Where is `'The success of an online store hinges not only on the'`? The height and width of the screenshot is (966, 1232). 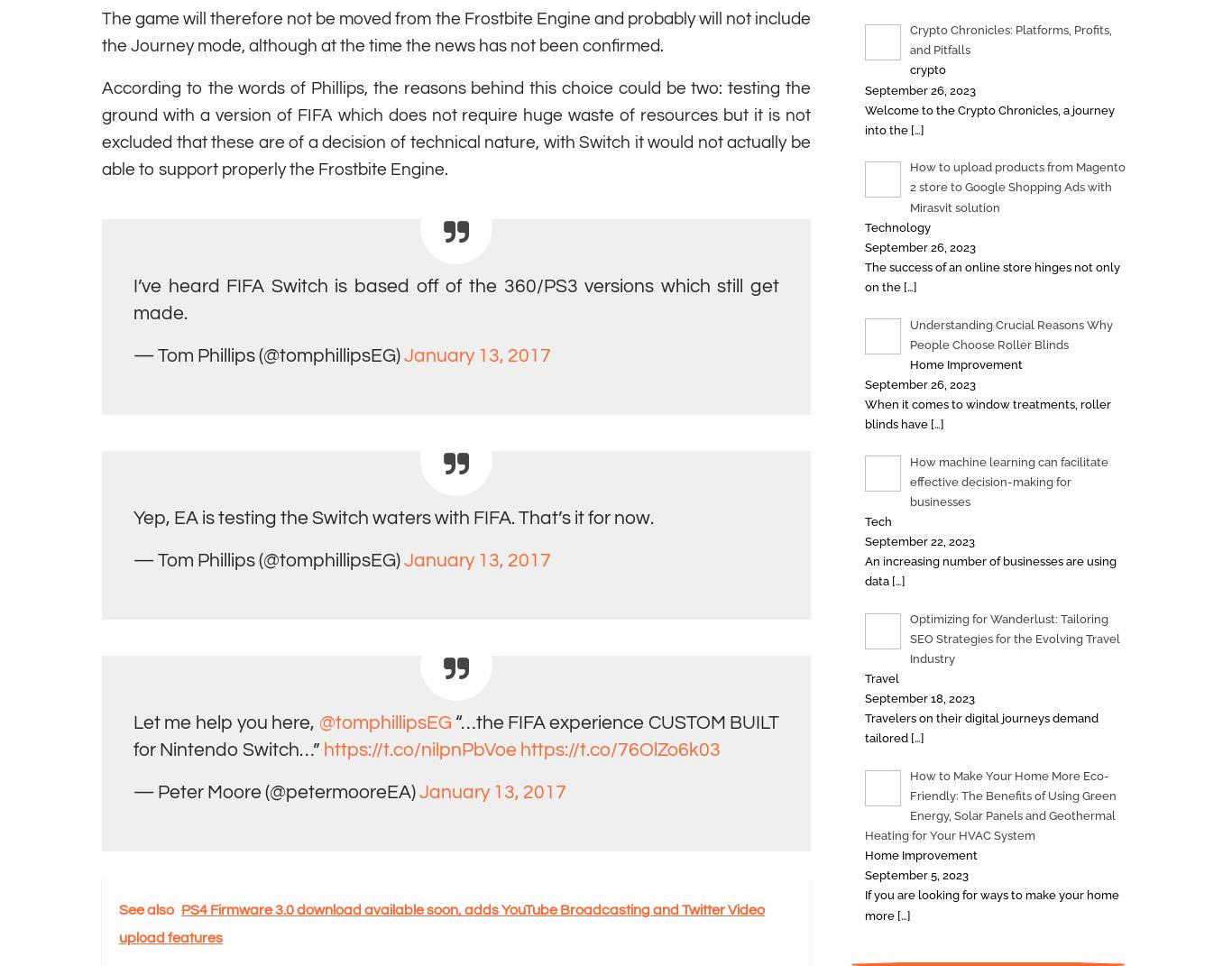
'The success of an online store hinges not only on the' is located at coordinates (991, 276).